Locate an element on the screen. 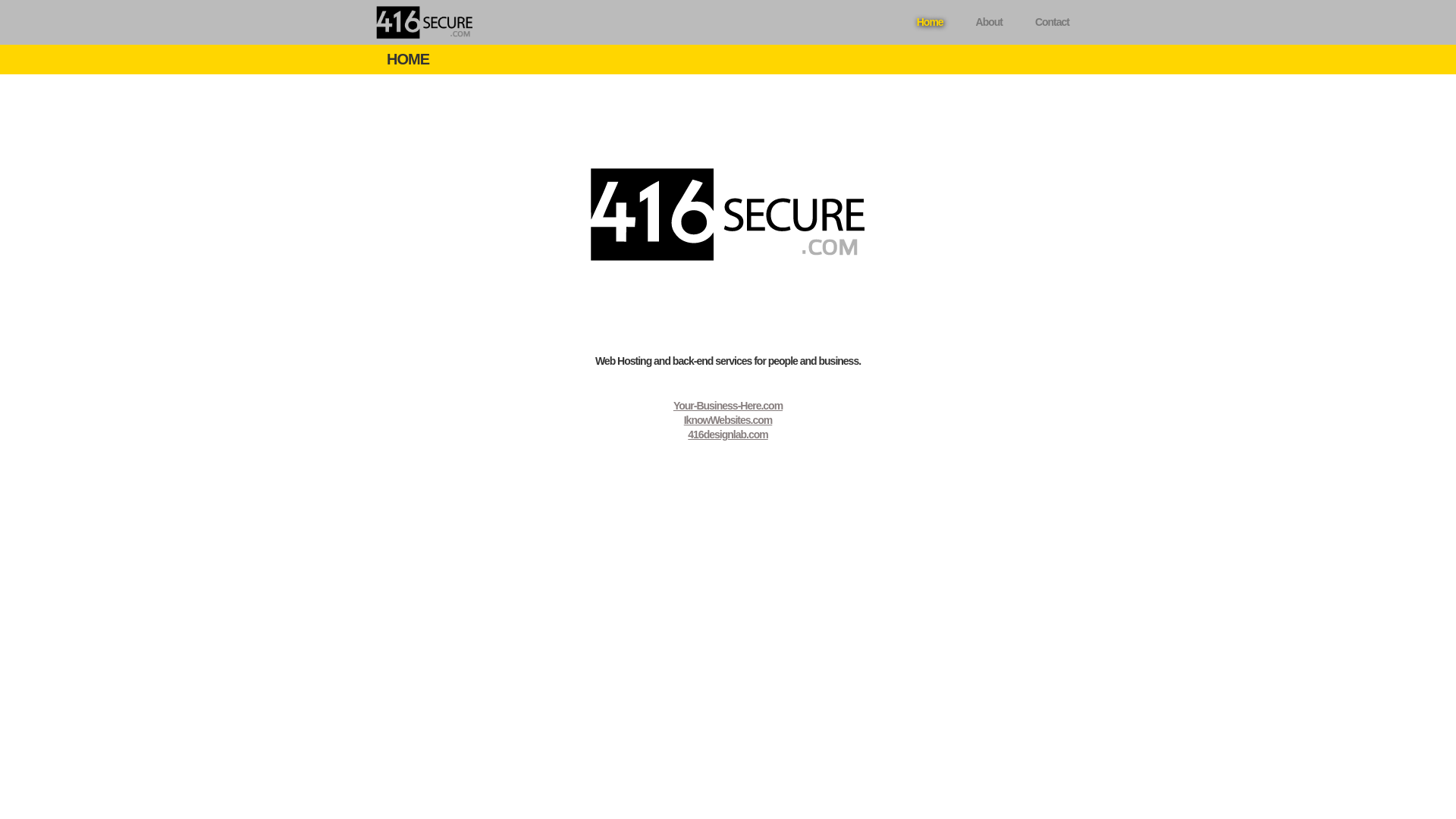 The width and height of the screenshot is (1456, 819). 'IknowWebsites.com' is located at coordinates (728, 420).